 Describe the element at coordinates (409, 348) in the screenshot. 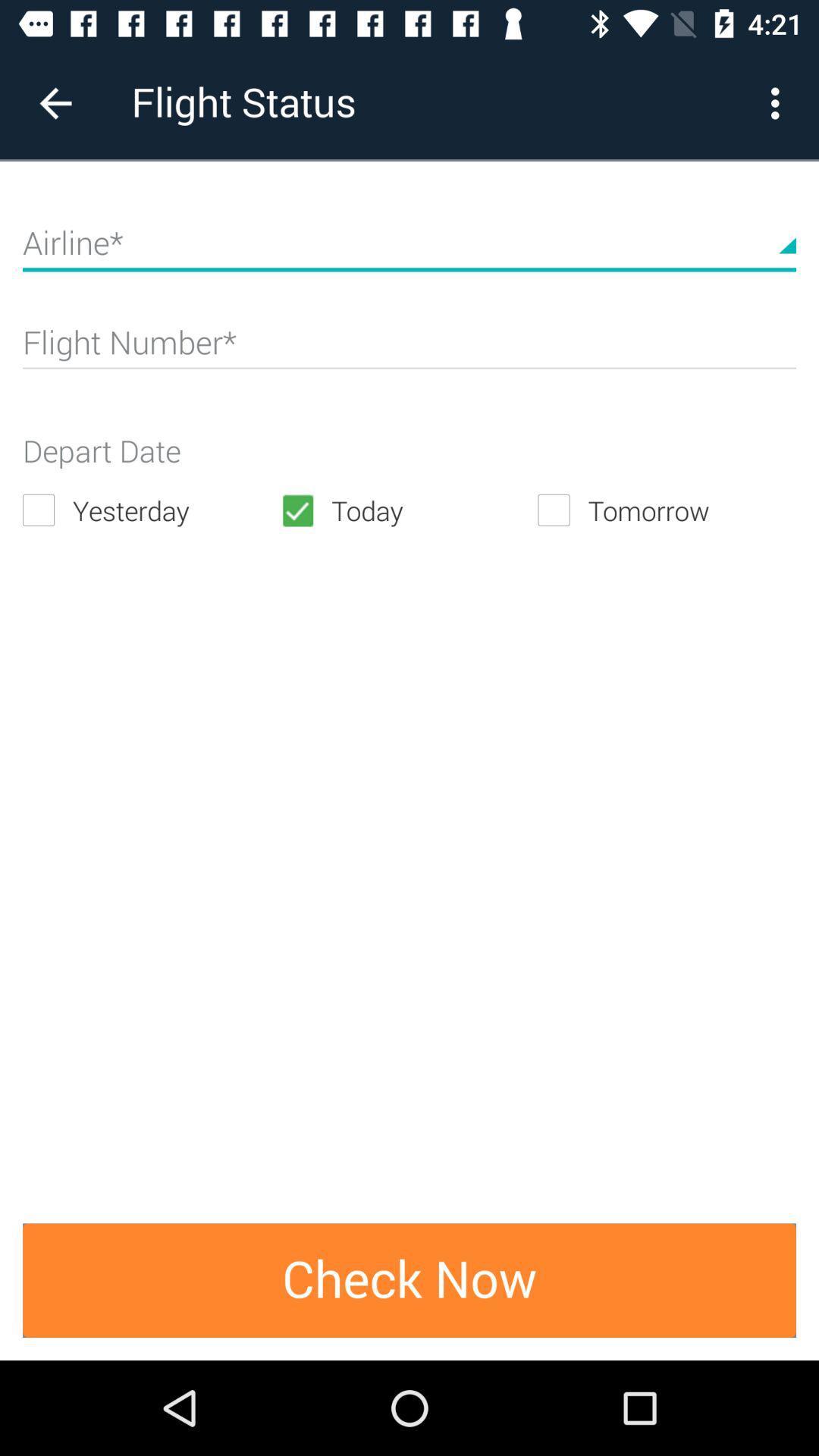

I see `a flight number` at that location.